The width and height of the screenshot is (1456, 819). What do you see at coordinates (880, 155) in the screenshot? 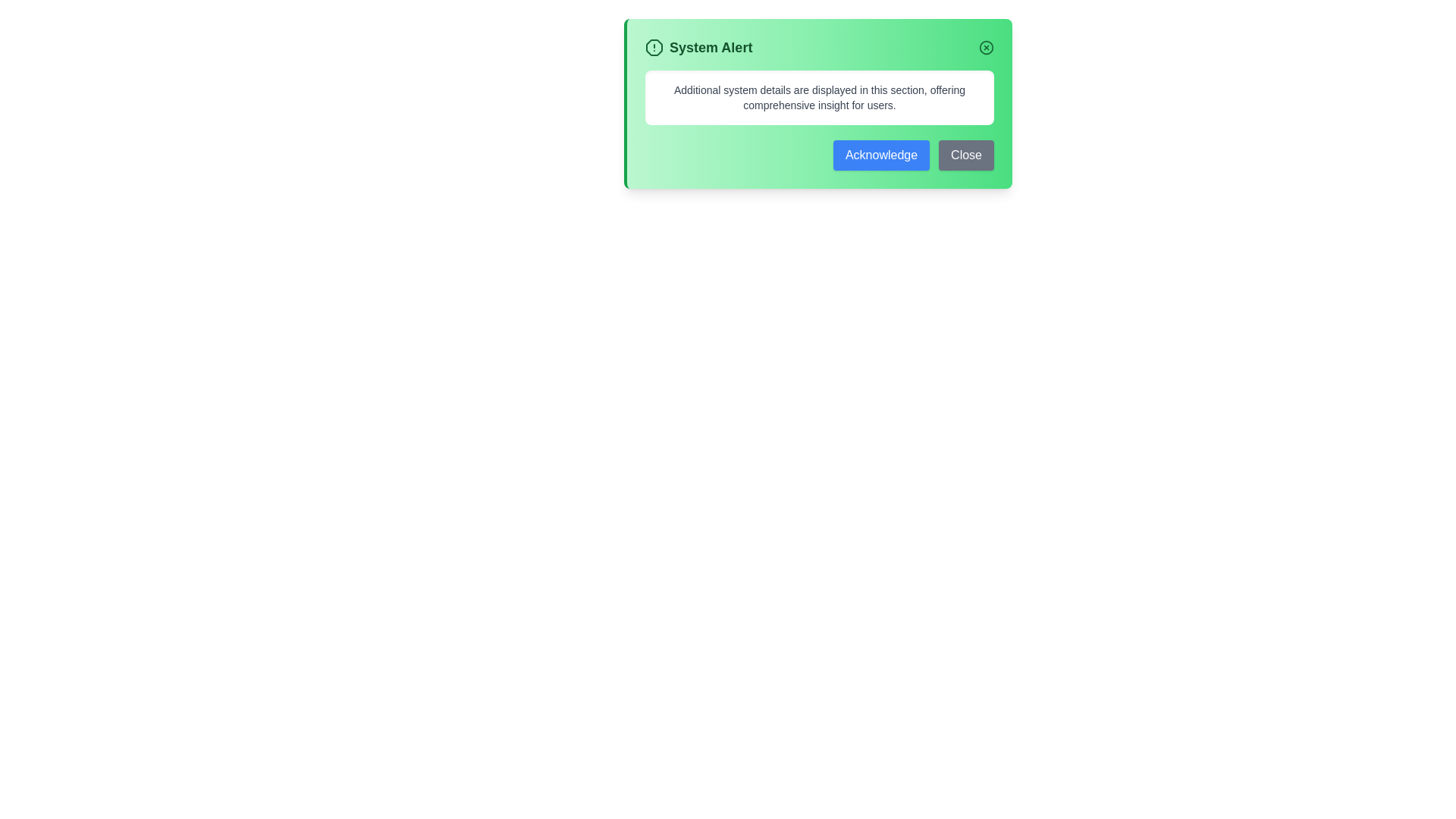
I see `'Acknowledge' button to confirm the alert` at bounding box center [880, 155].